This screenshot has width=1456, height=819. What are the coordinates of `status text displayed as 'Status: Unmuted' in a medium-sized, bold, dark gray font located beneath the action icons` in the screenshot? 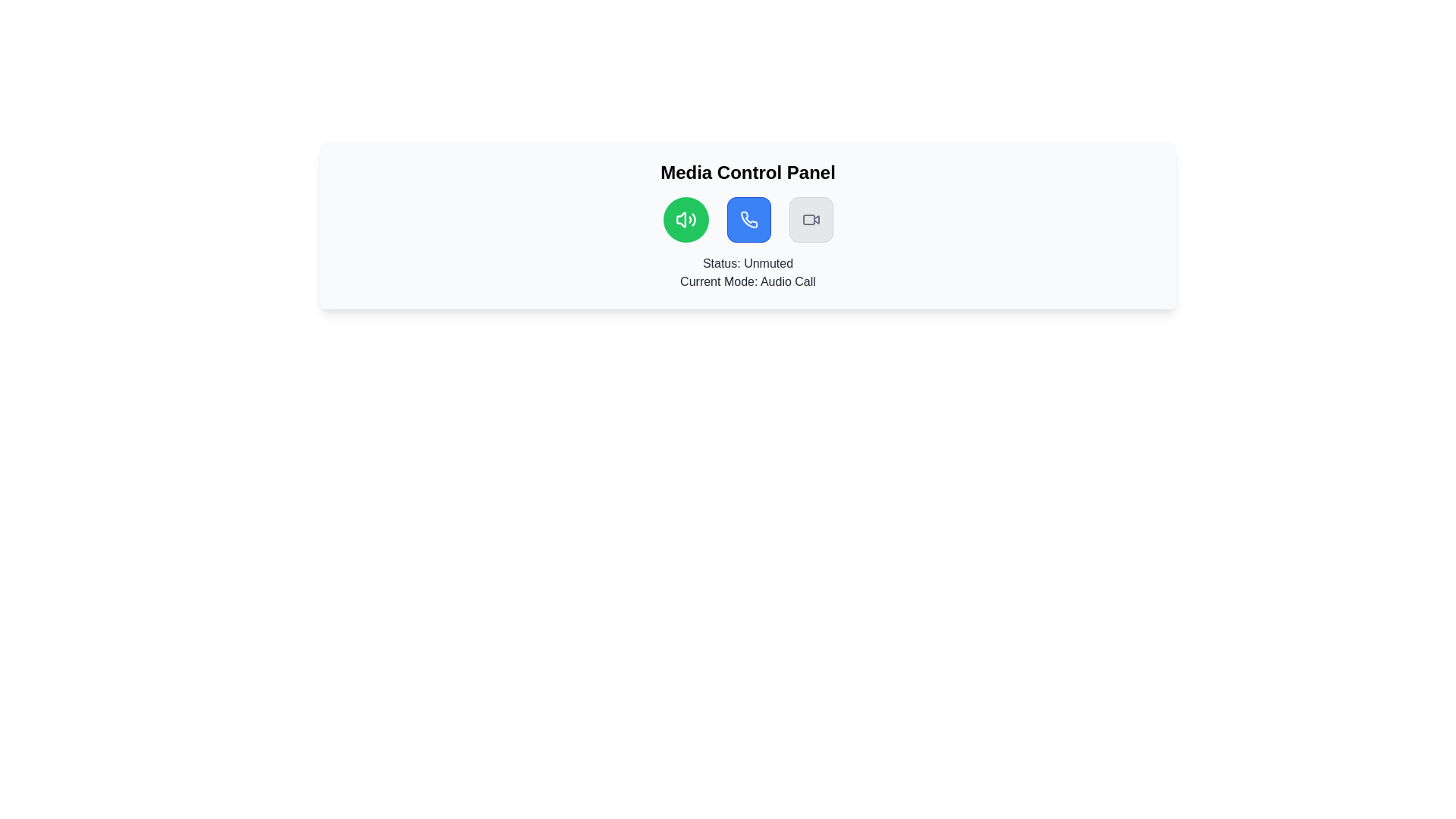 It's located at (748, 262).